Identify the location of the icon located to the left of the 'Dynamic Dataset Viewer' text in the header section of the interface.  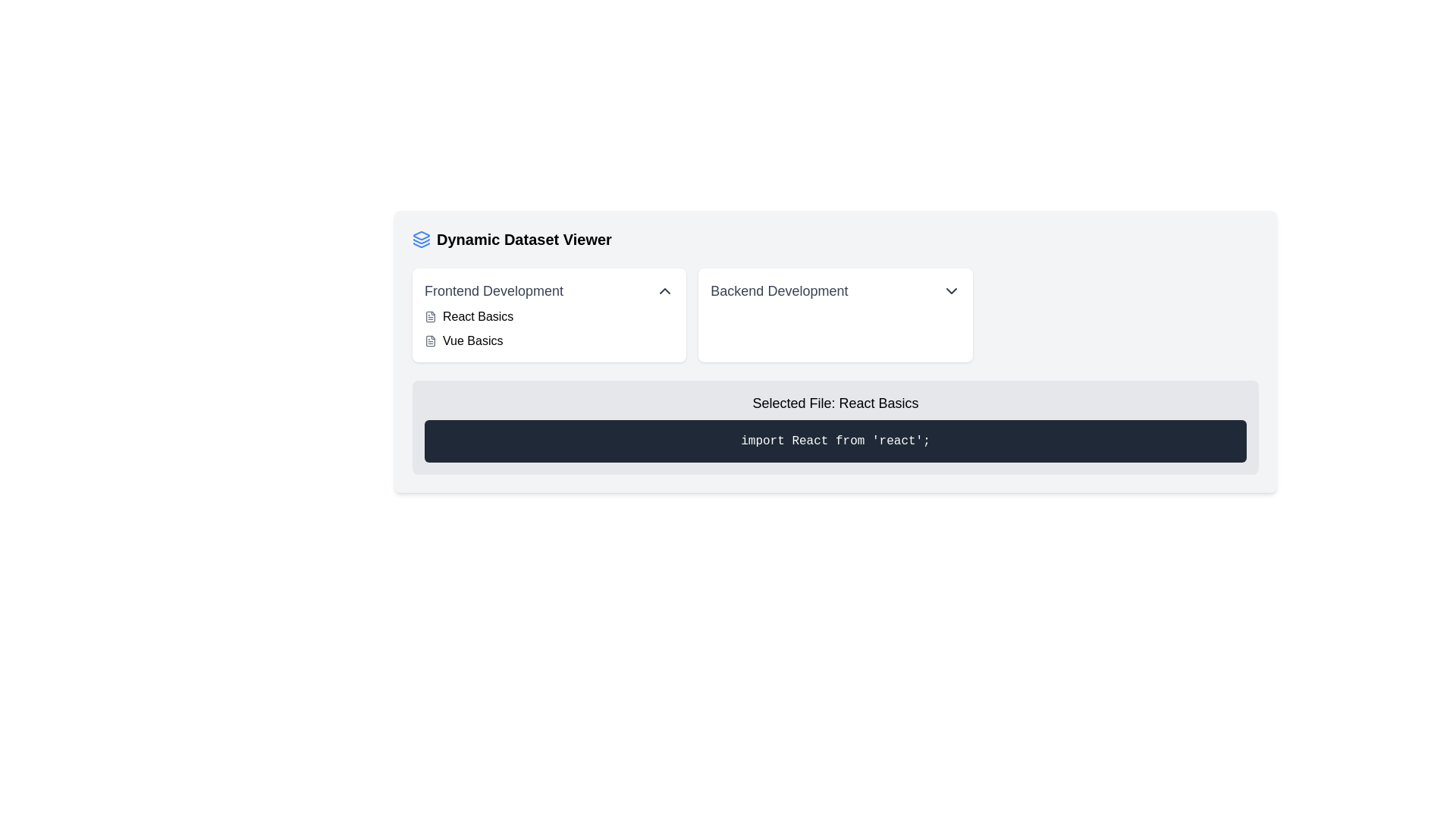
(422, 239).